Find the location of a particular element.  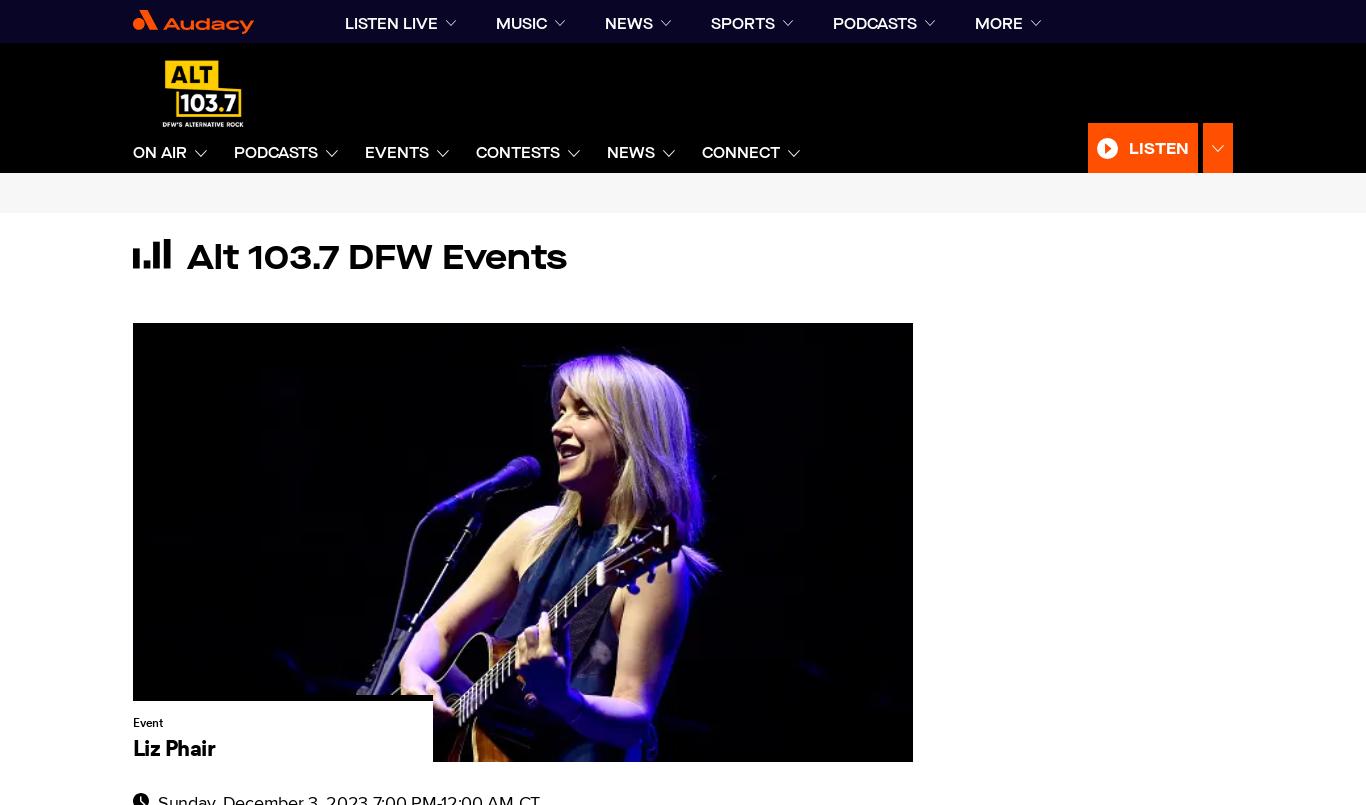

'Listen Live' is located at coordinates (390, 23).